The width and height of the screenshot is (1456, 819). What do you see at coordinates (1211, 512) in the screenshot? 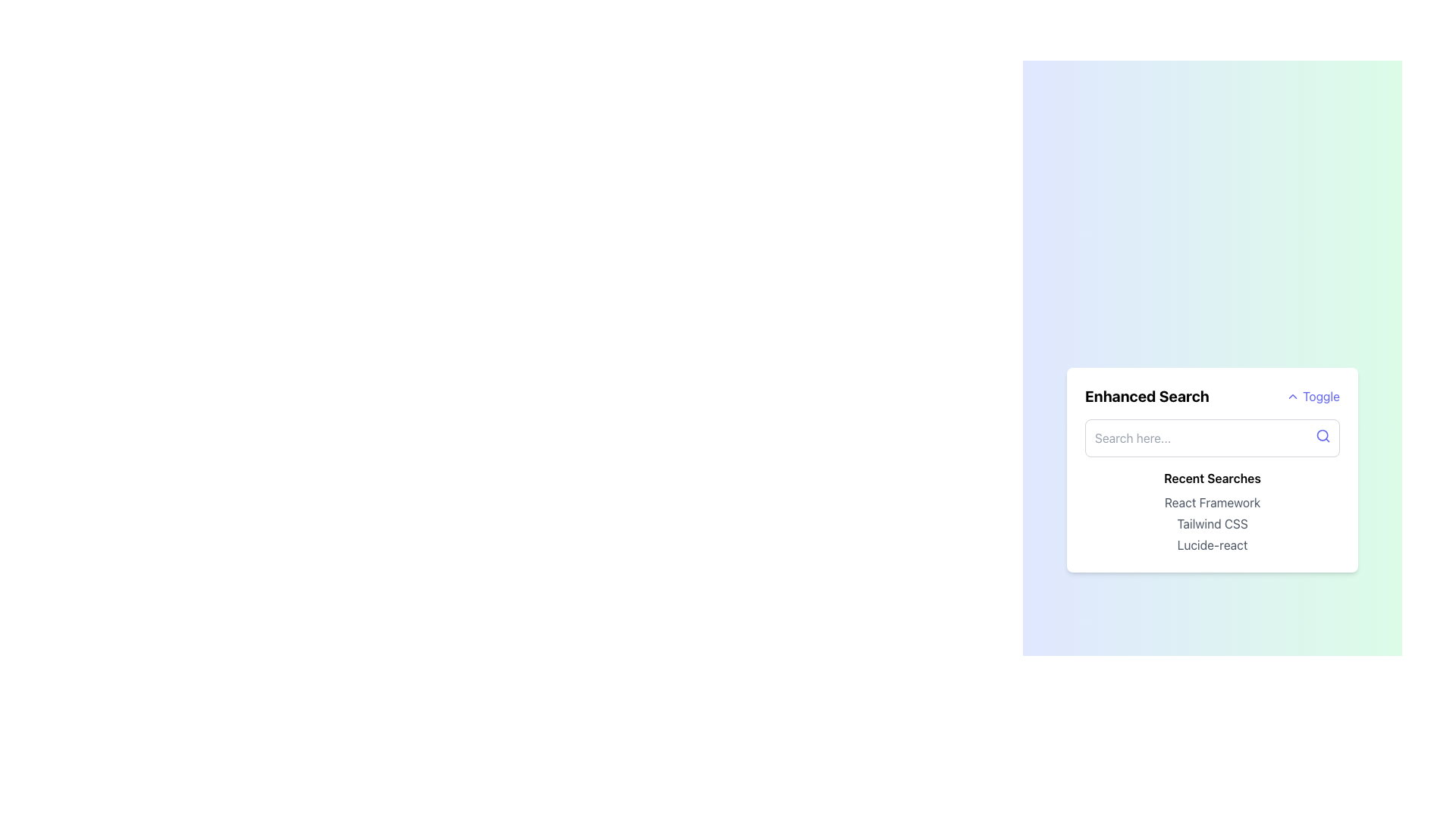
I see `the text content block displaying recent searches, located centrally beneath the search bar` at bounding box center [1211, 512].